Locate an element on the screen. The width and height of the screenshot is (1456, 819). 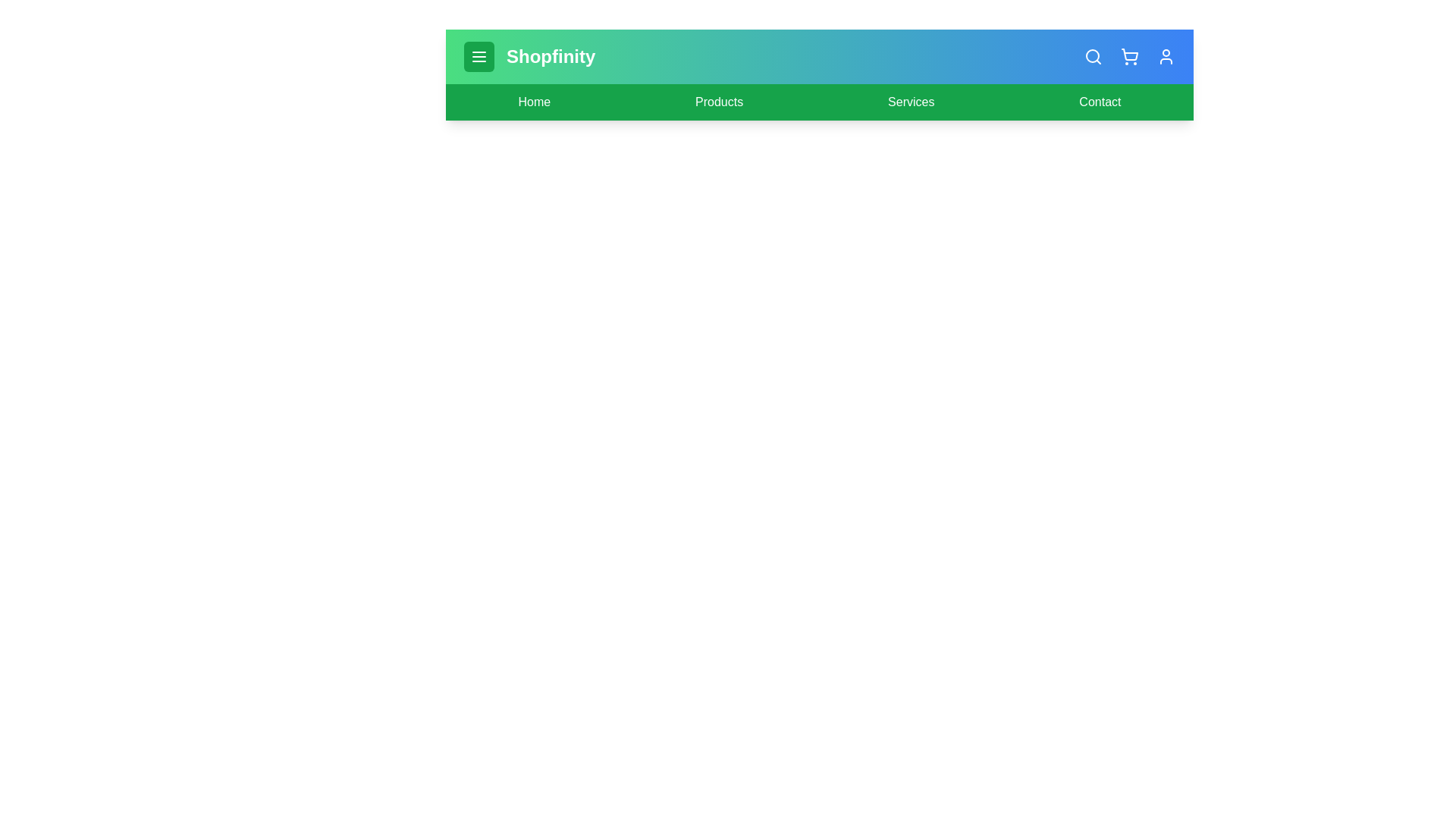
the 'Services' link in the navigation bar is located at coordinates (910, 102).